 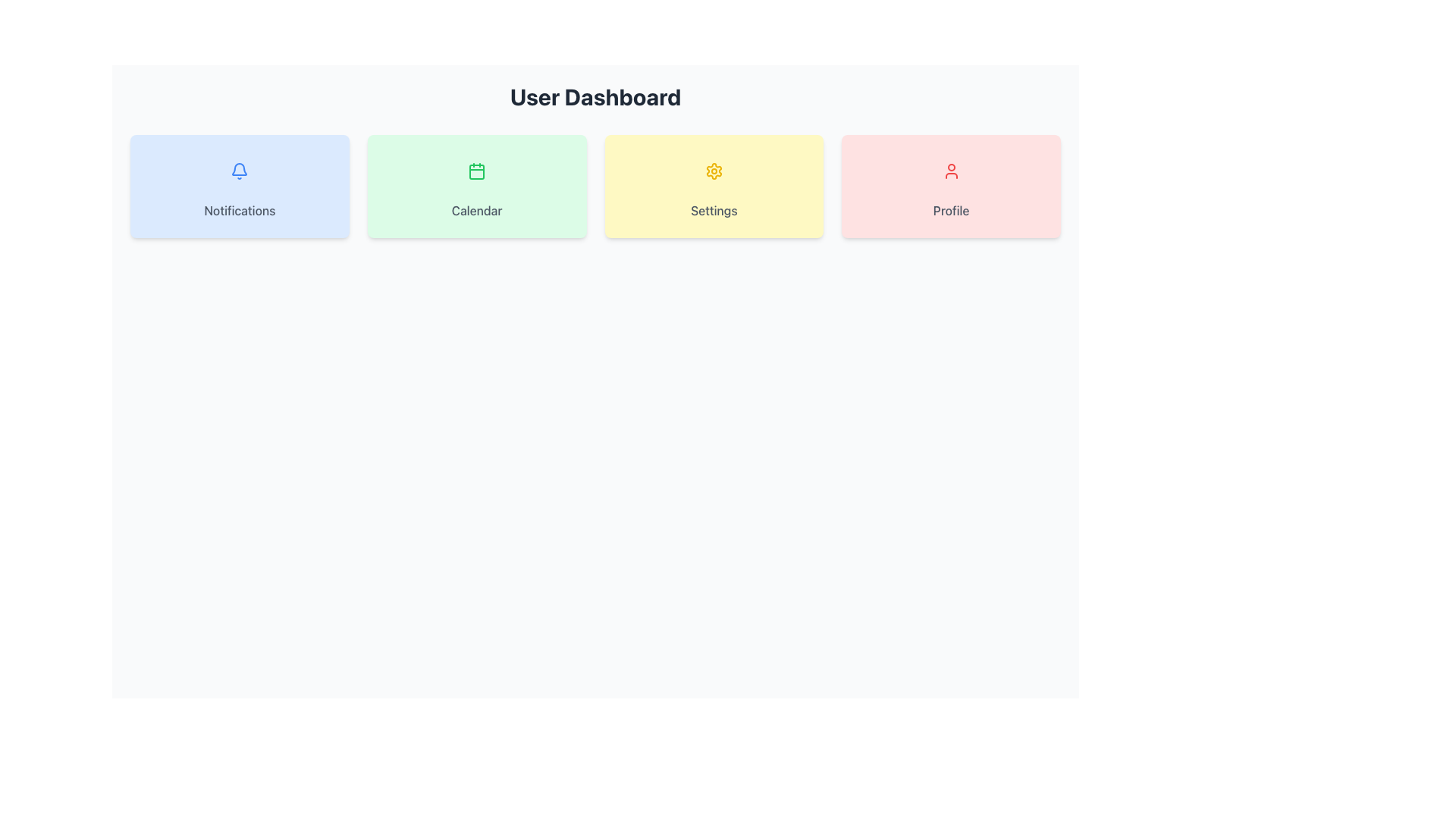 I want to click on the notification icon located in the first card labeled 'Notifications', which serves as the entry point for accessing alerts in the application, so click(x=239, y=171).